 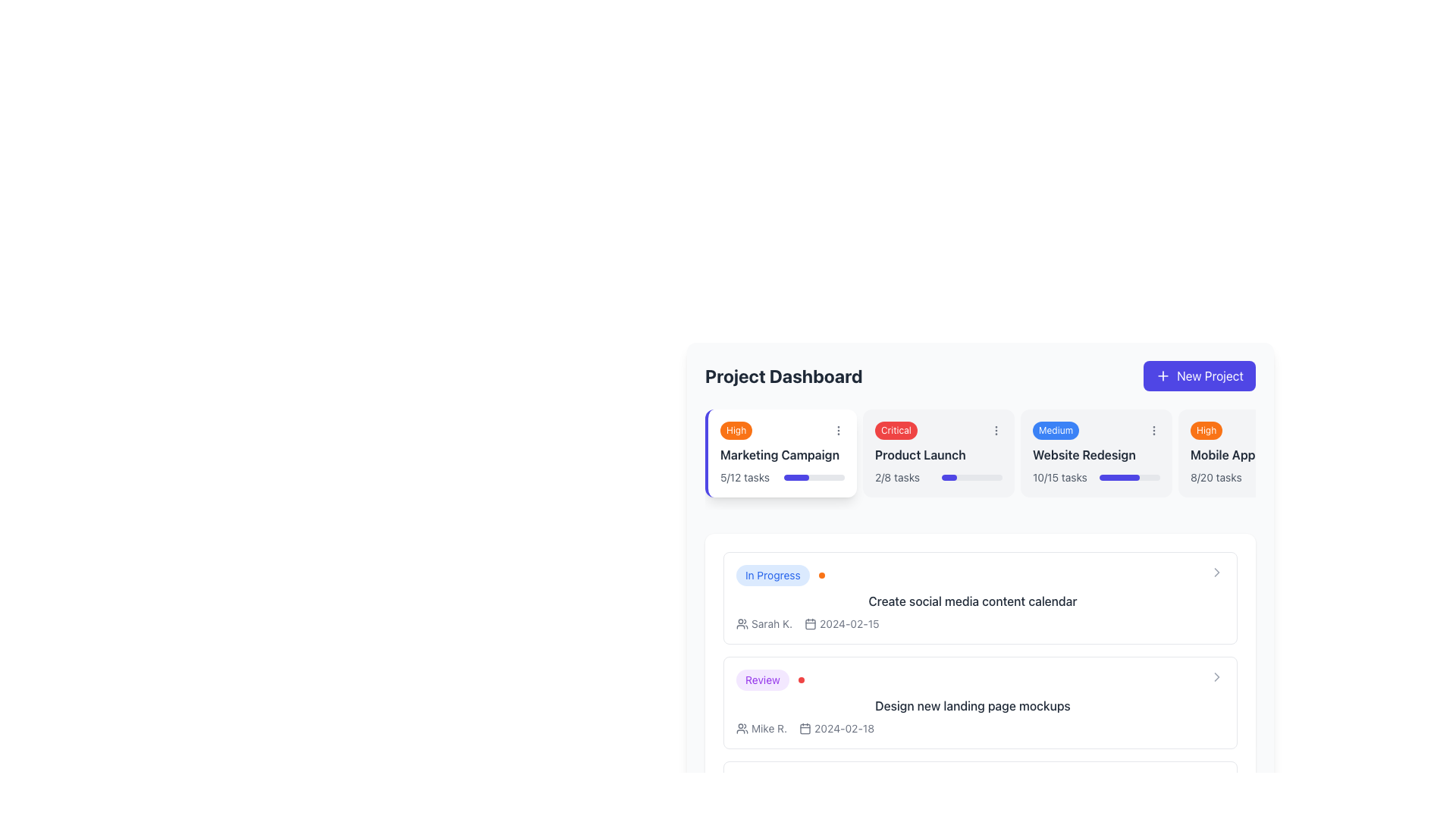 What do you see at coordinates (783, 476) in the screenshot?
I see `the Progress indicator with text located in the 'Marketing Campaign' card block` at bounding box center [783, 476].